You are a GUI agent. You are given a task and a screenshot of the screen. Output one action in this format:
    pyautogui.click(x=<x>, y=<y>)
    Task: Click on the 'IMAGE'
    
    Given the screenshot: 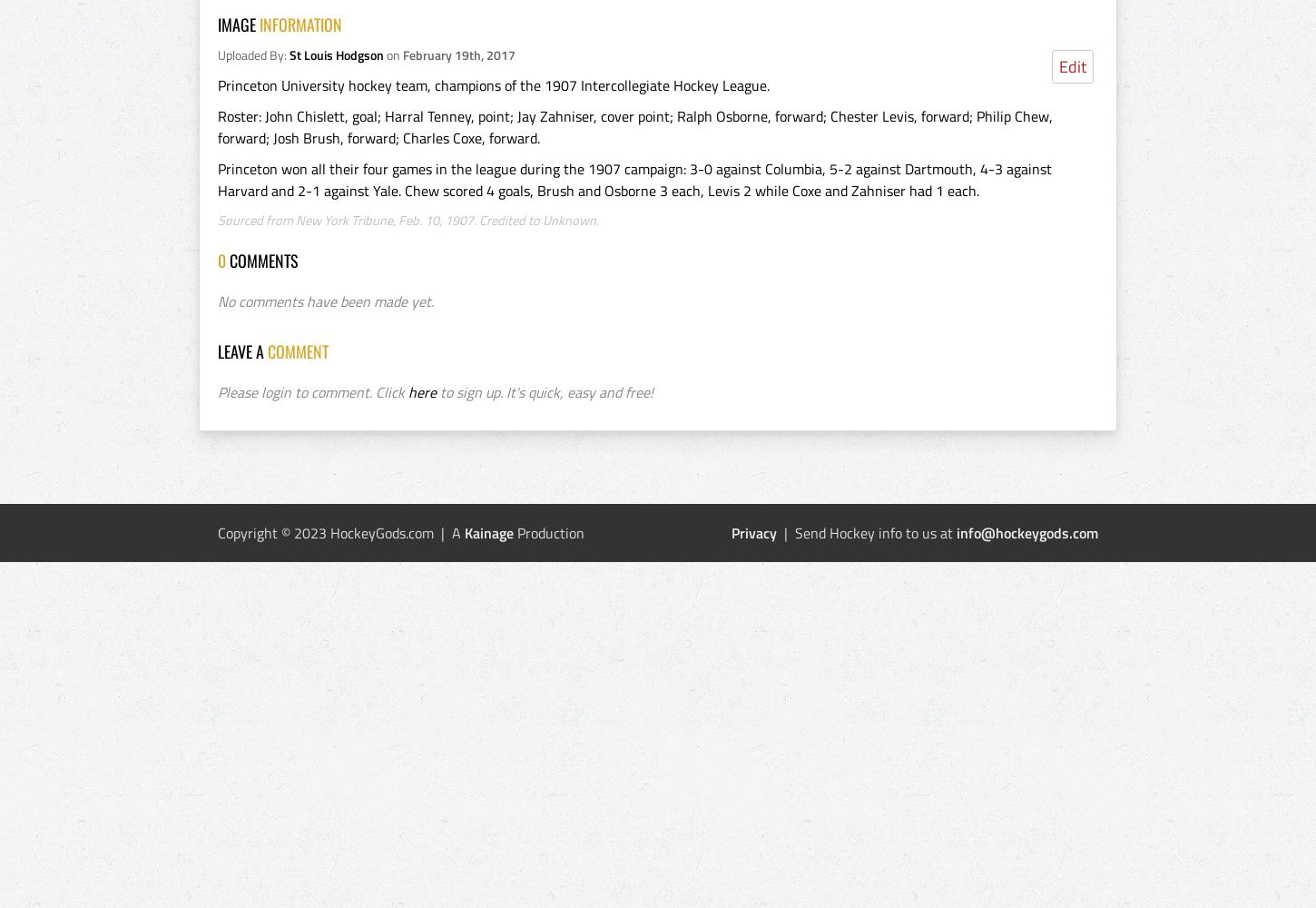 What is the action you would take?
    pyautogui.click(x=216, y=25)
    